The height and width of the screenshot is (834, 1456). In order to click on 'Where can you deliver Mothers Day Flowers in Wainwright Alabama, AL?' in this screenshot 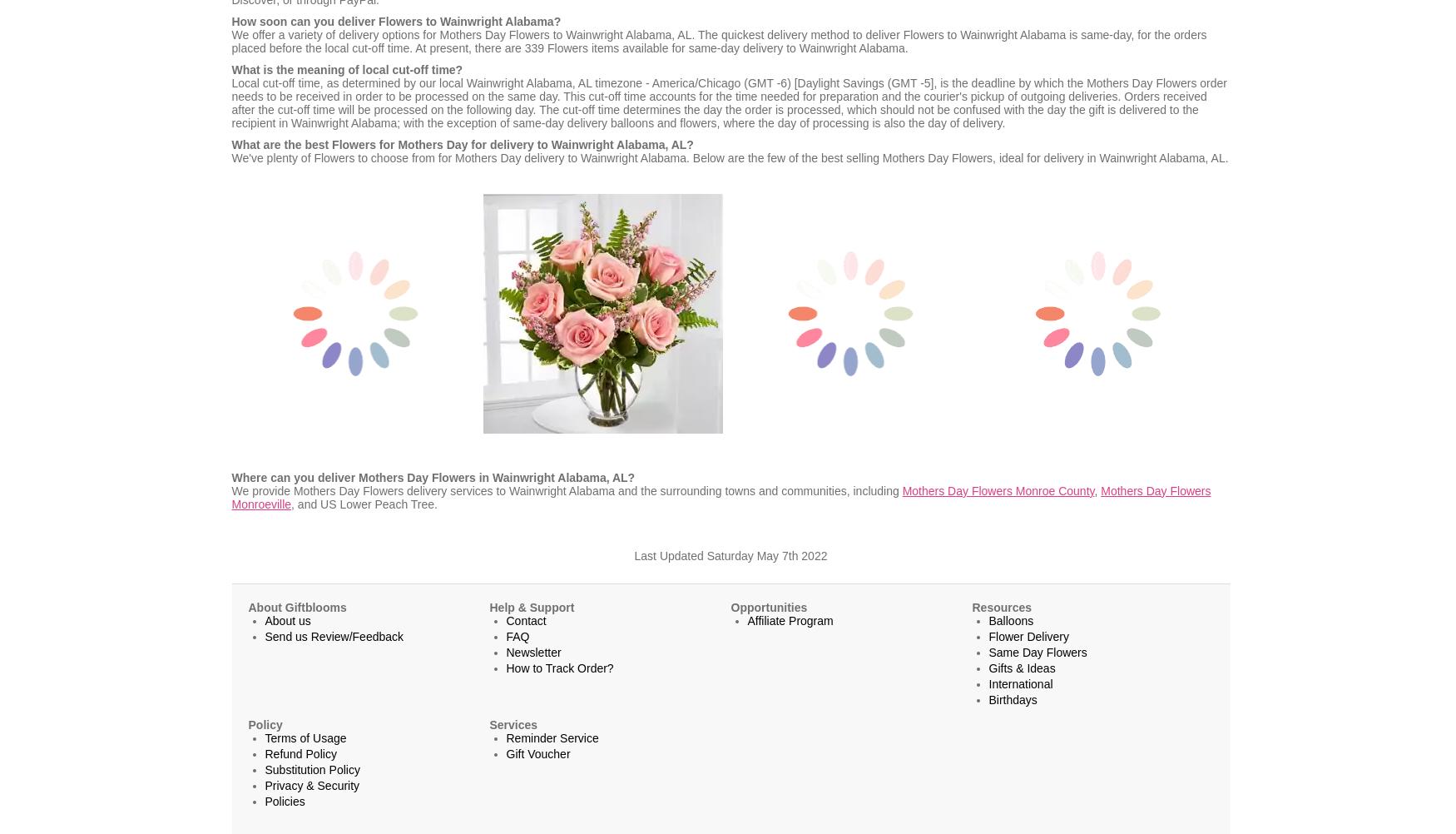, I will do `click(432, 477)`.